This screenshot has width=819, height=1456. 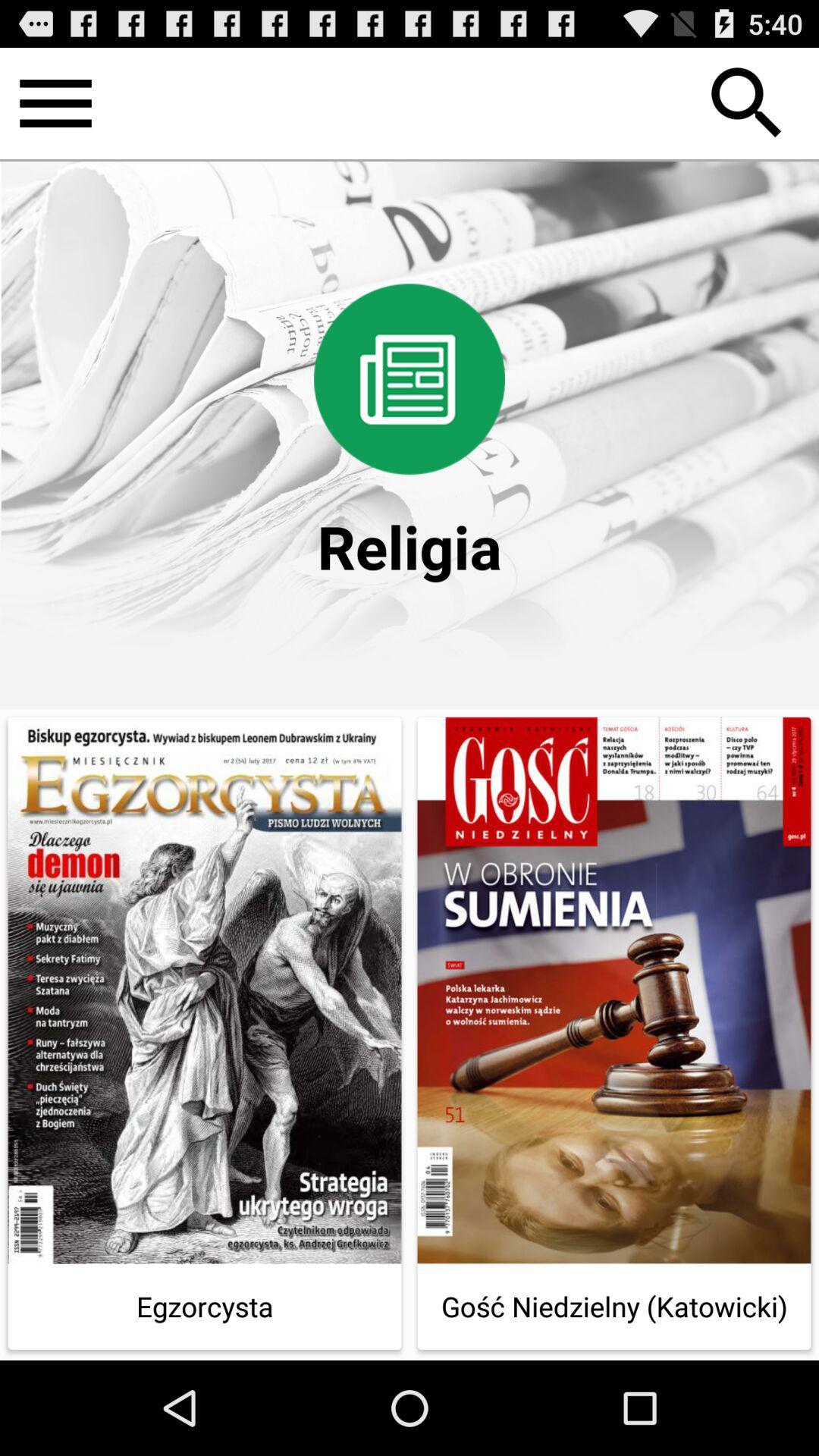 What do you see at coordinates (746, 102) in the screenshot?
I see `the icon at the top right corner` at bounding box center [746, 102].